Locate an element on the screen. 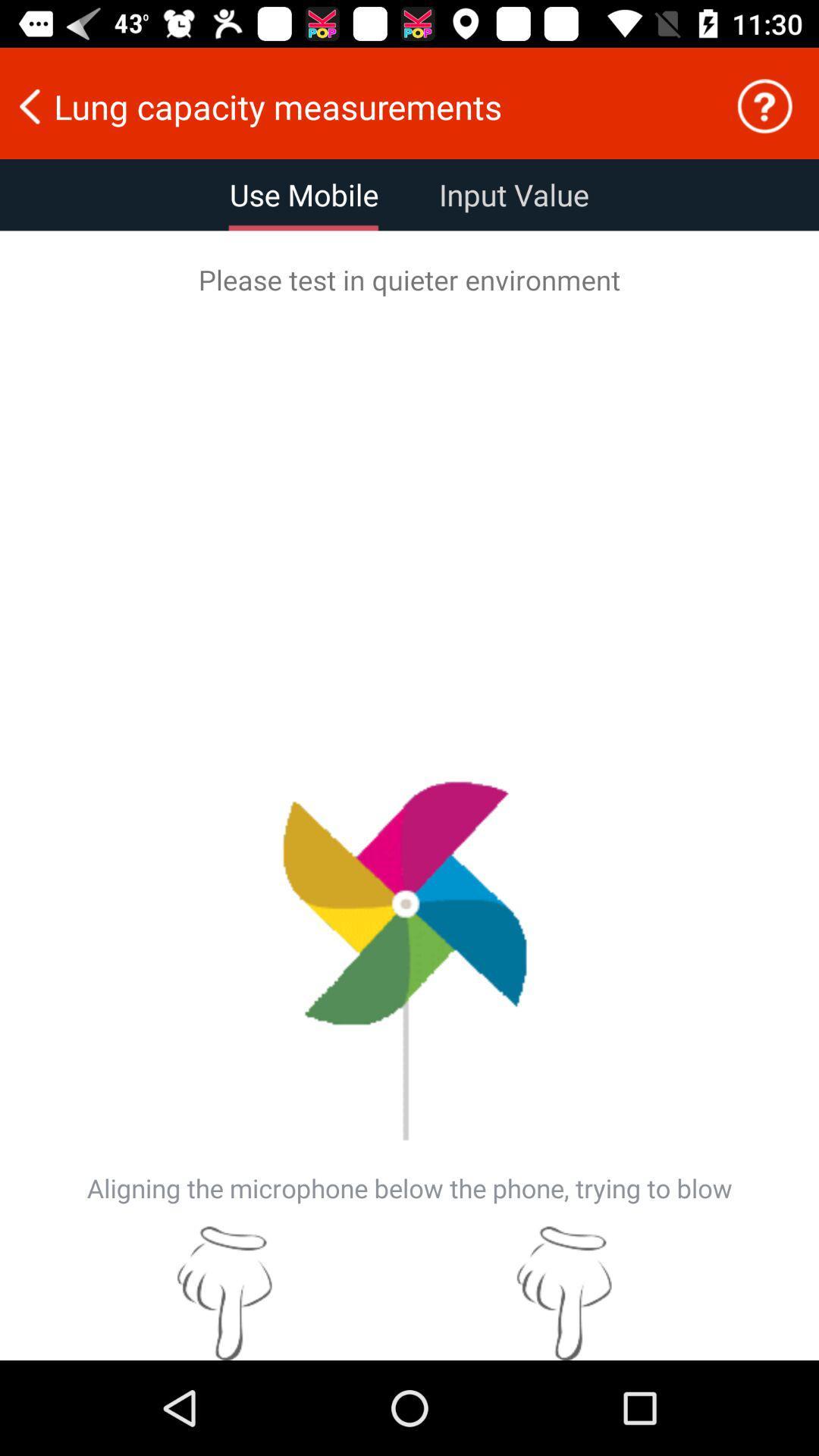  click for help info is located at coordinates (764, 105).